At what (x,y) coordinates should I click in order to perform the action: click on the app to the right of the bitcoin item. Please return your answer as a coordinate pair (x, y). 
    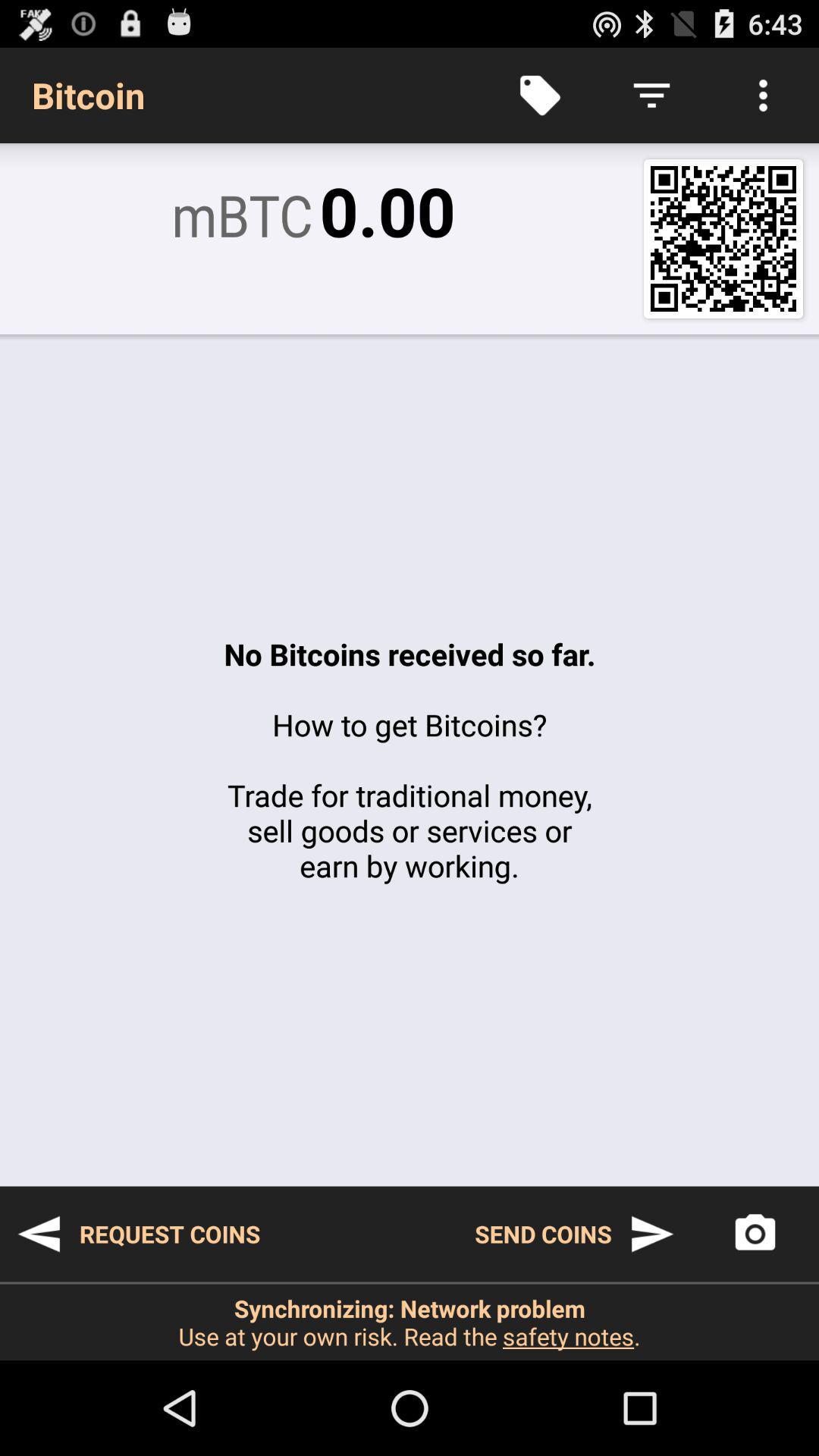
    Looking at the image, I should click on (539, 94).